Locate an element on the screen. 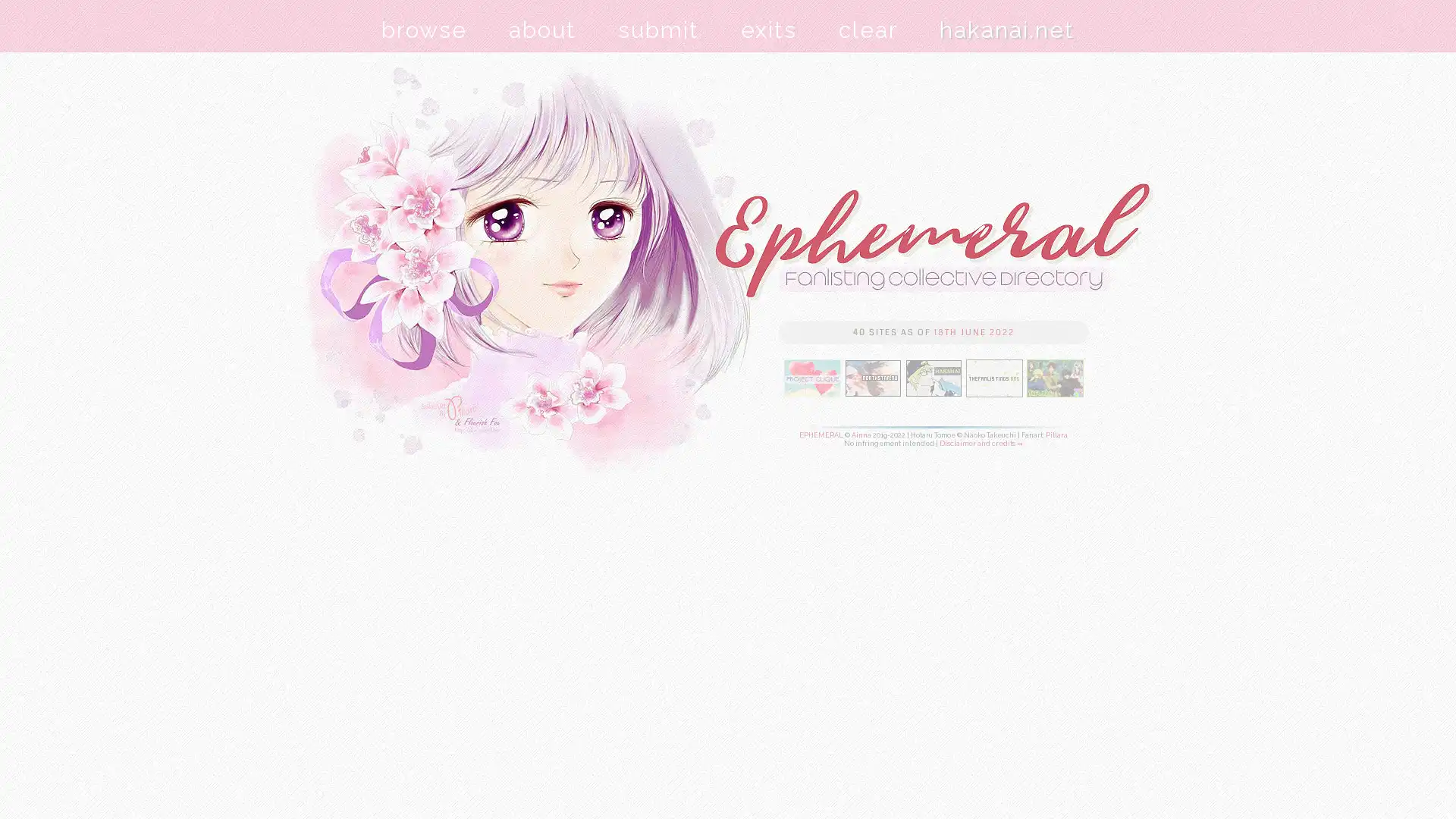  submit is located at coordinates (658, 30).